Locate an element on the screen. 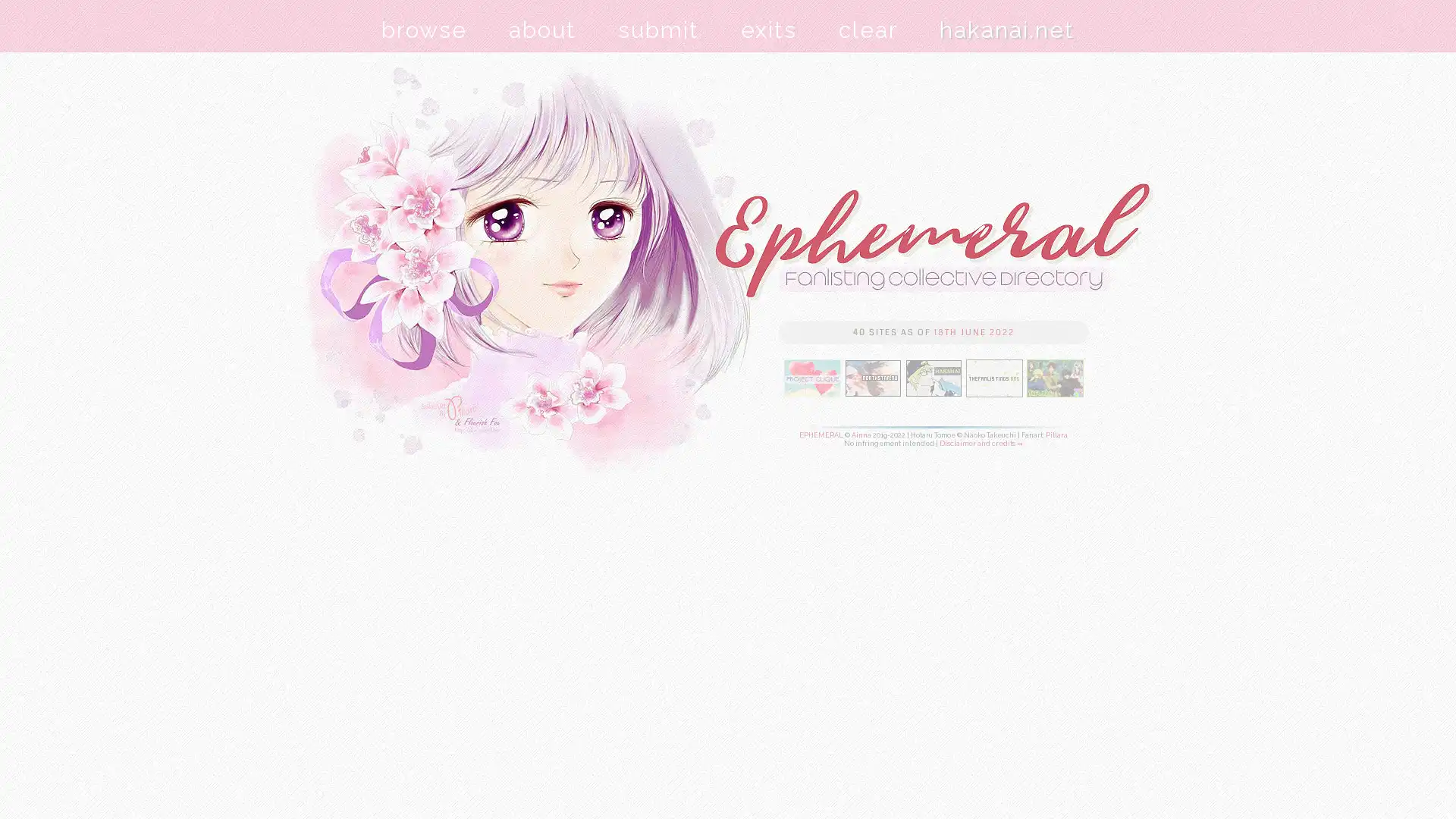  submit is located at coordinates (658, 30).